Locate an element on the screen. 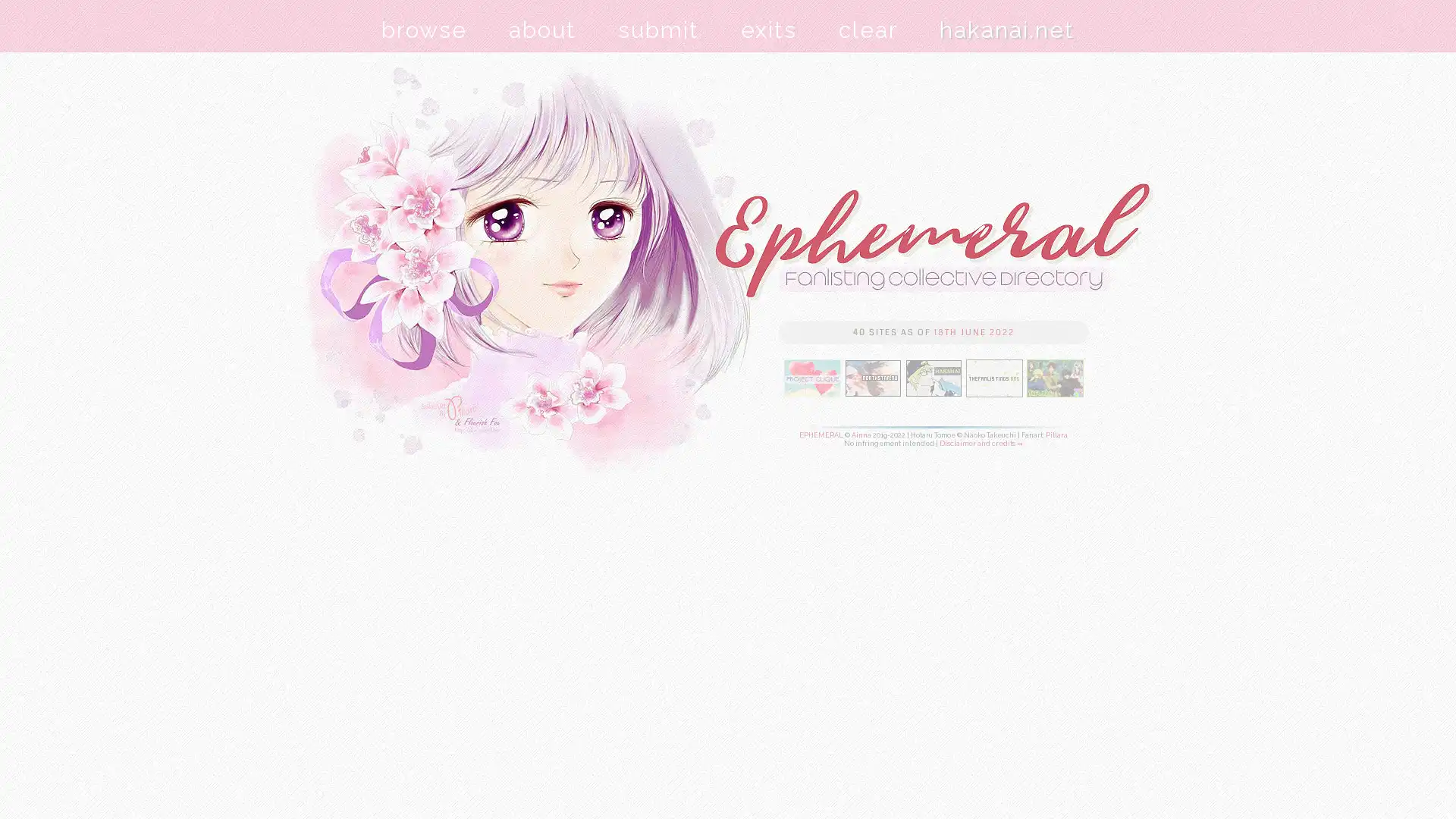  submit is located at coordinates (658, 30).